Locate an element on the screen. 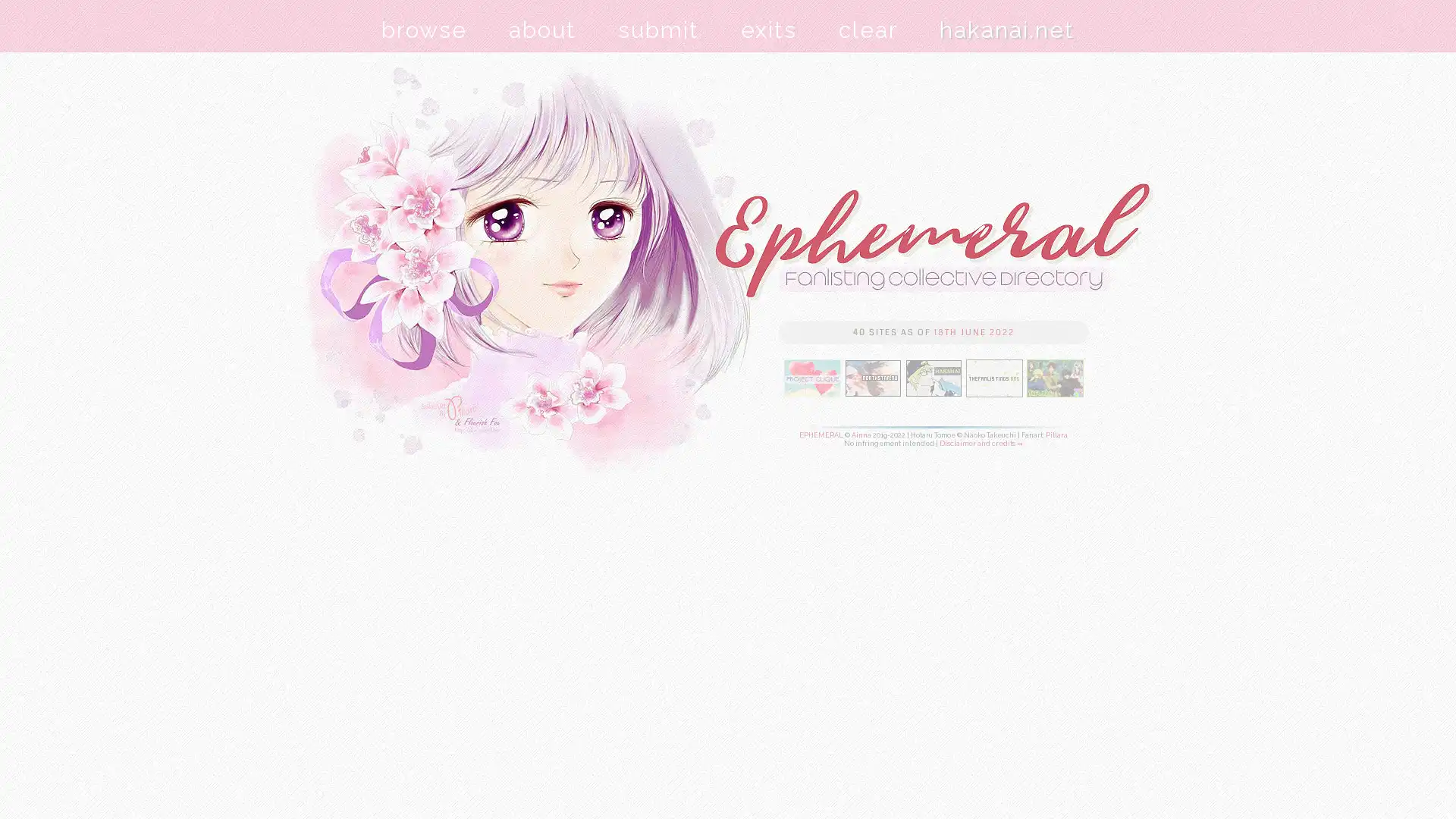  submit is located at coordinates (658, 30).